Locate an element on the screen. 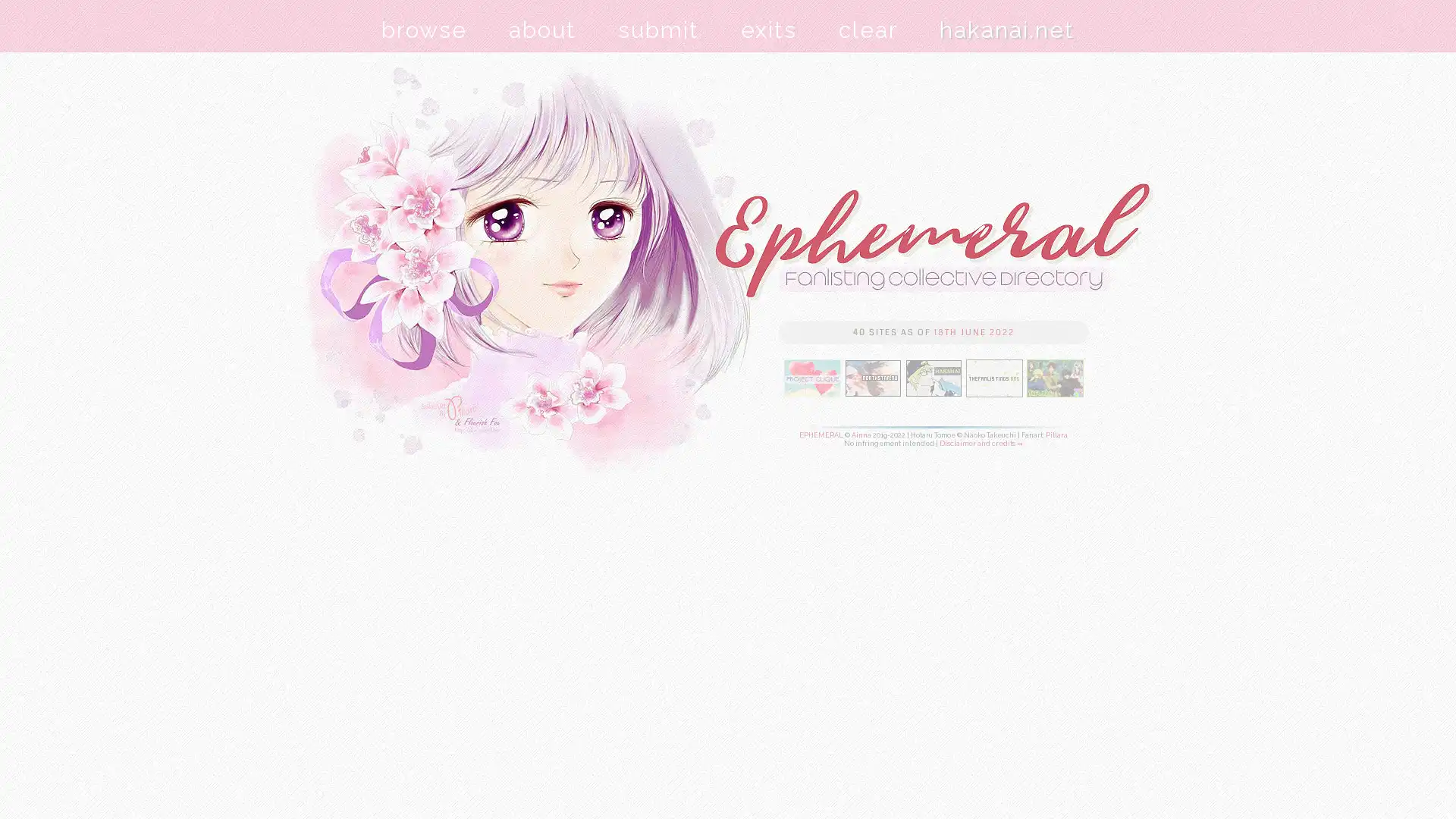  submit is located at coordinates (658, 30).